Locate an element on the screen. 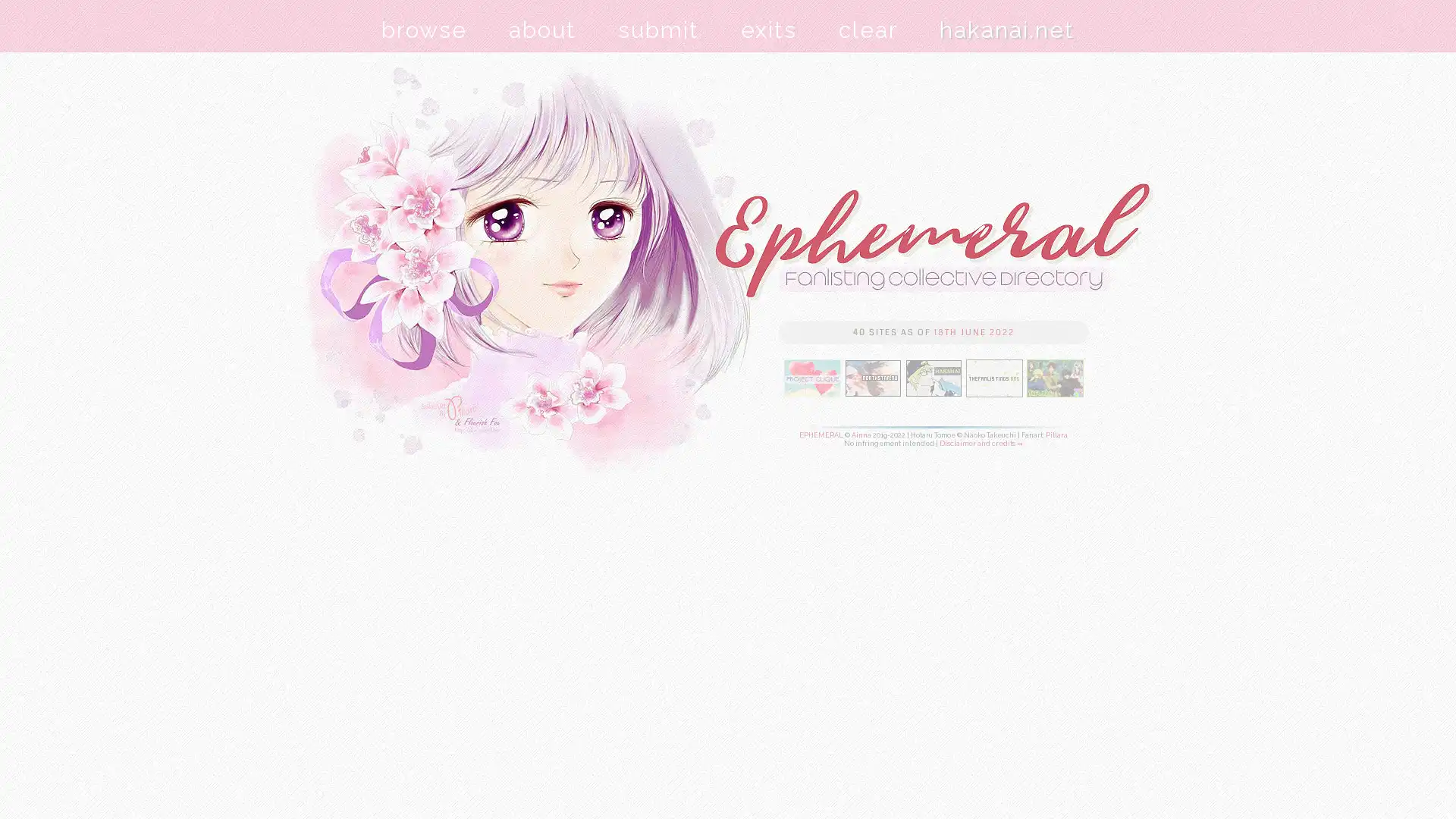  submit is located at coordinates (658, 30).